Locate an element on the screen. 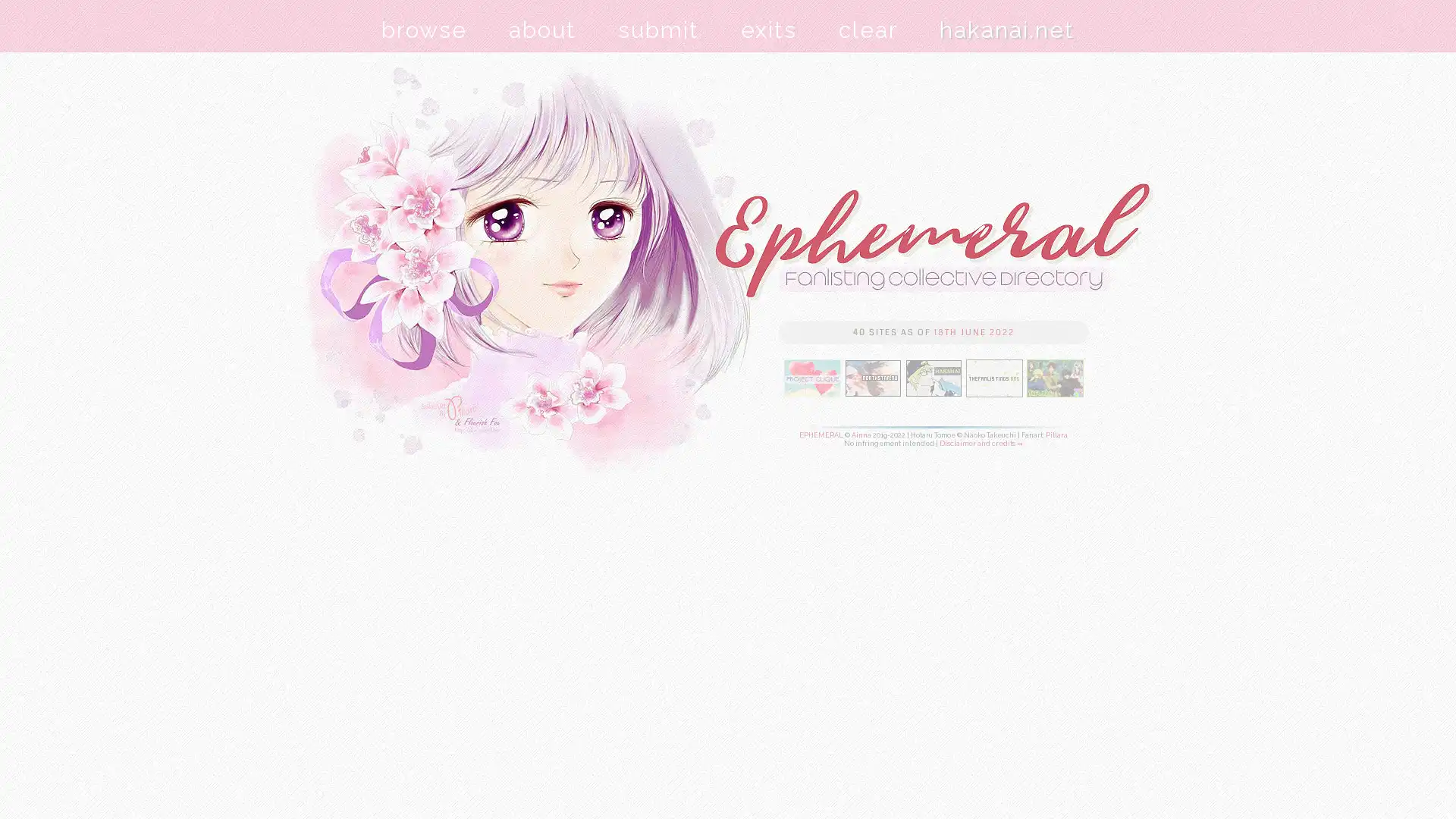  submit is located at coordinates (658, 30).